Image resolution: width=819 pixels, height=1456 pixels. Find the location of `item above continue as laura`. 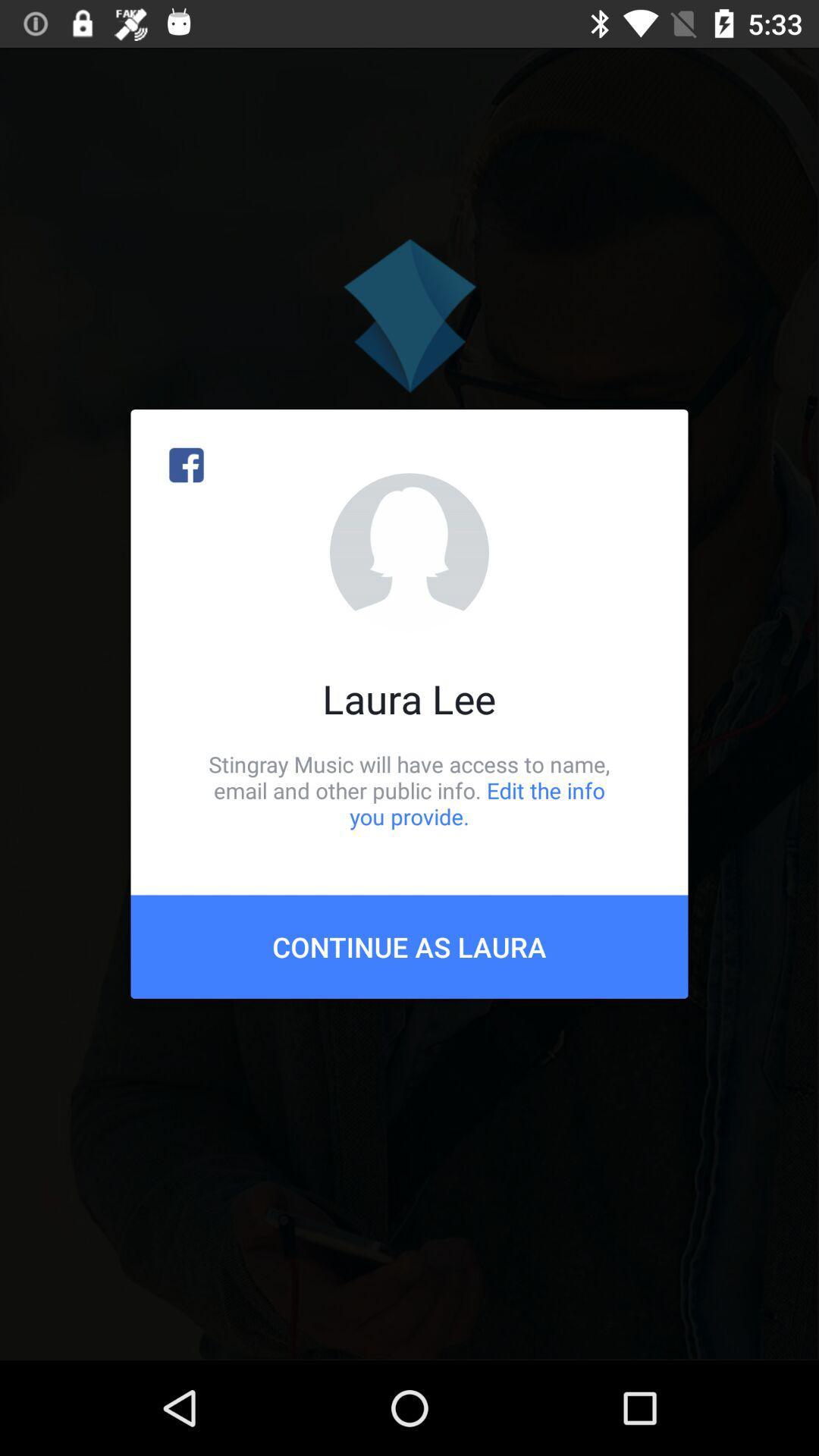

item above continue as laura is located at coordinates (409, 789).